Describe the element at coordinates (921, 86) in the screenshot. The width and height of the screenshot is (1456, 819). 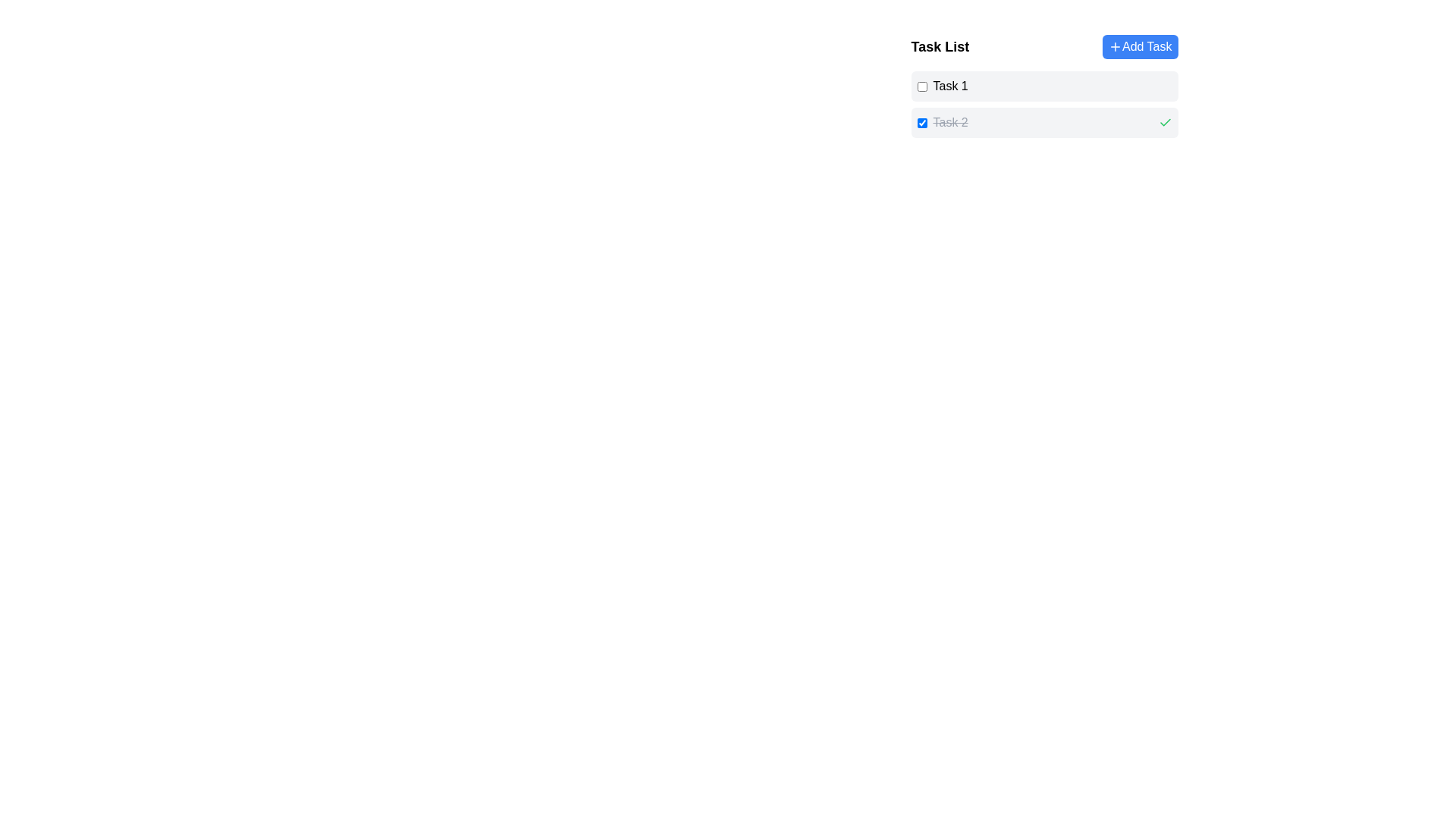
I see `the checkbox that toggles the completion state of the associated task` at that location.